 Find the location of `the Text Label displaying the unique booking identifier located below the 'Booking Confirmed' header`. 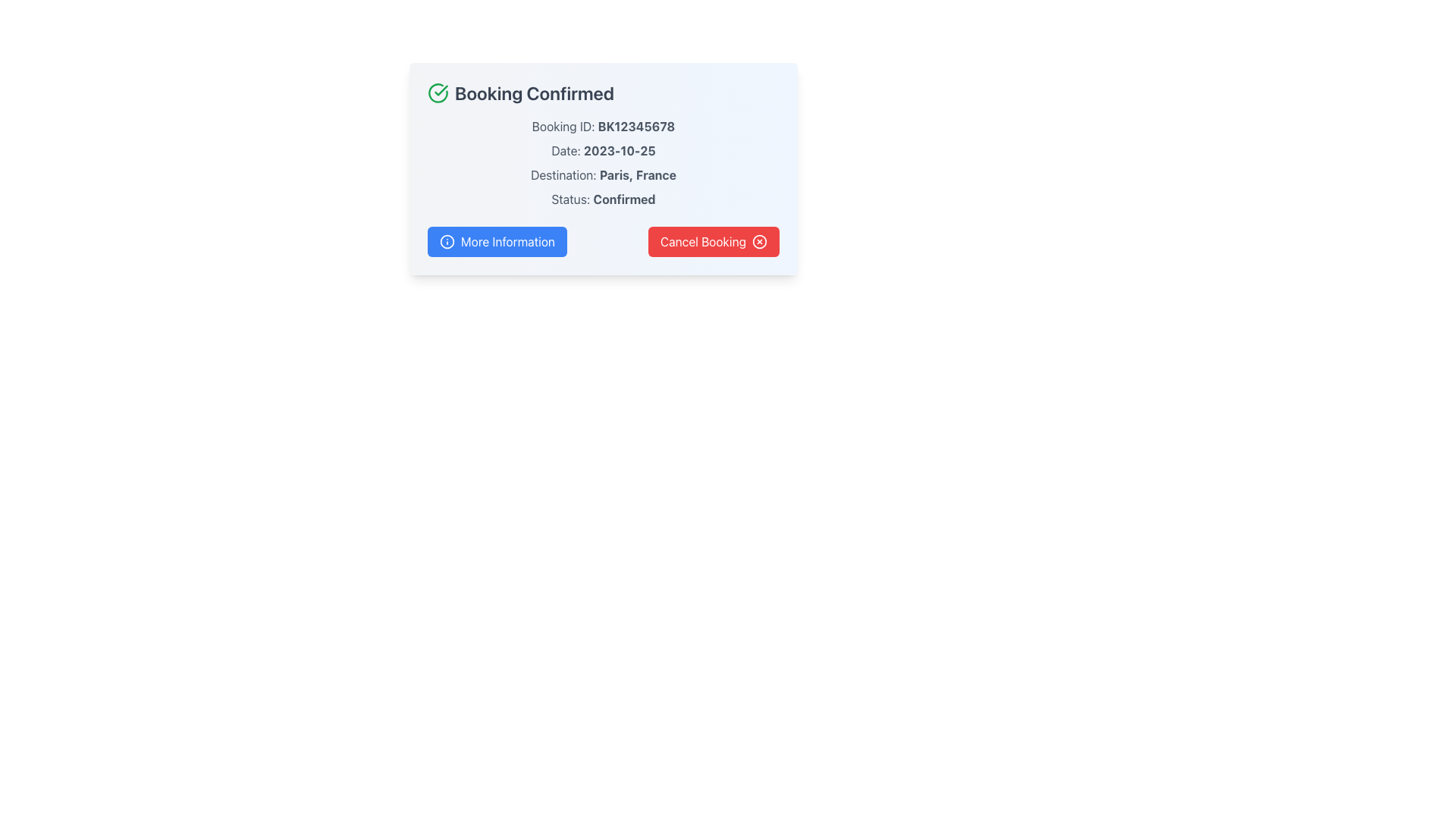

the Text Label displaying the unique booking identifier located below the 'Booking Confirmed' header is located at coordinates (636, 125).